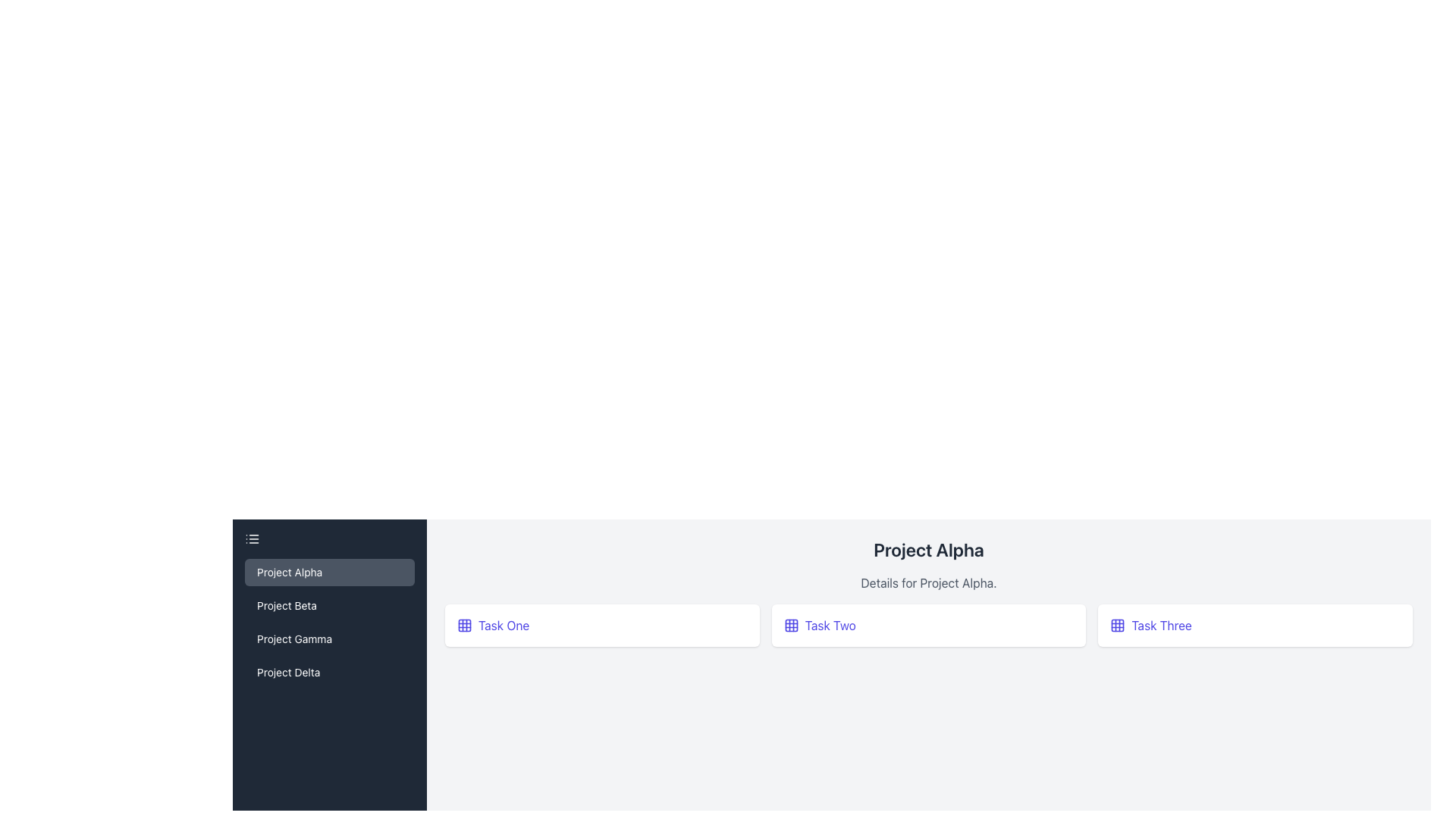 This screenshot has height=819, width=1456. Describe the element at coordinates (329, 639) in the screenshot. I see `the 'Project Gamma' button located in the left-hand panel, which is the third item in a vertical list of projects` at that location.